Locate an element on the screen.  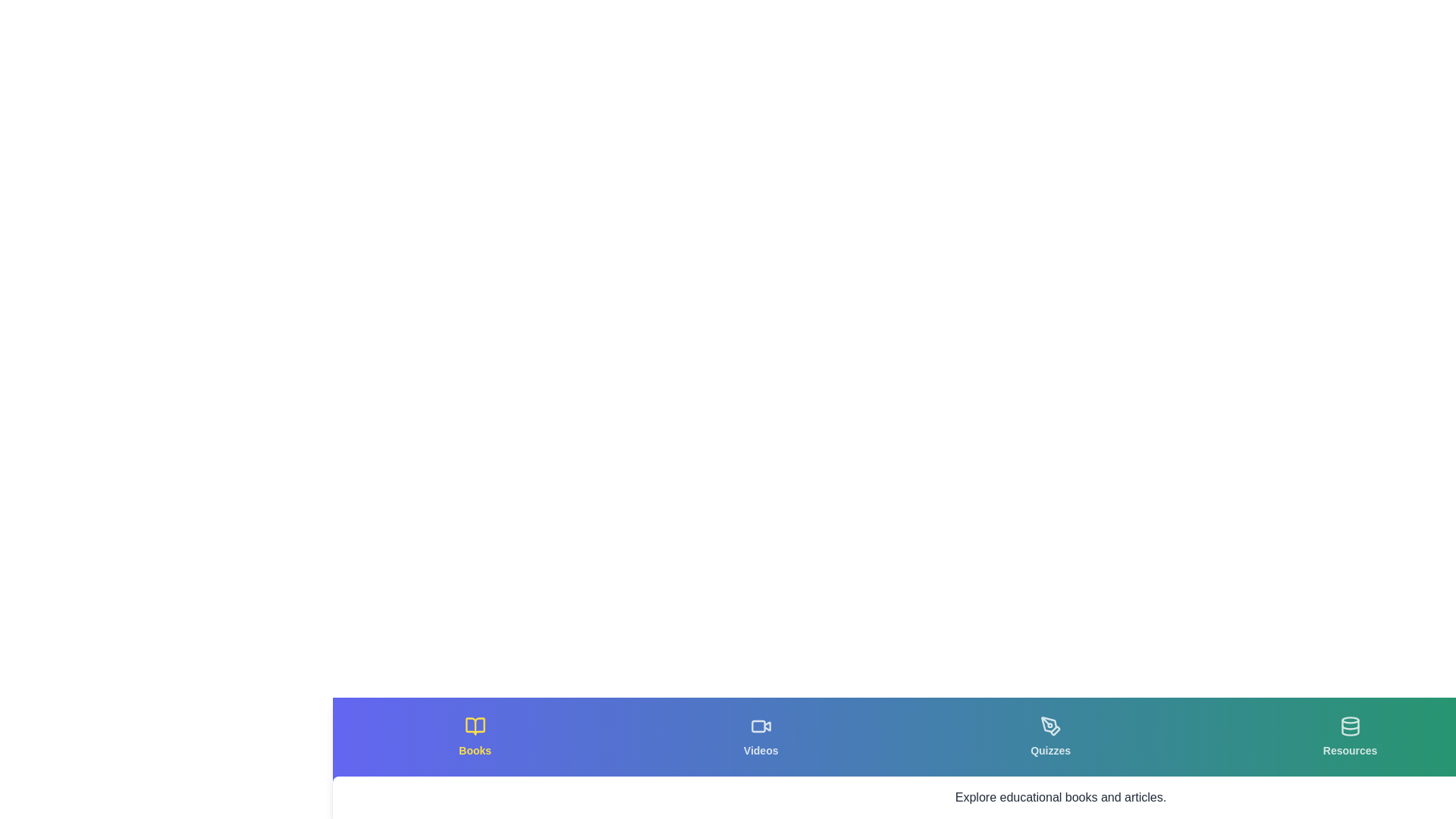
the tab icon labeled Resources to observe its visual feedback is located at coordinates (1350, 736).